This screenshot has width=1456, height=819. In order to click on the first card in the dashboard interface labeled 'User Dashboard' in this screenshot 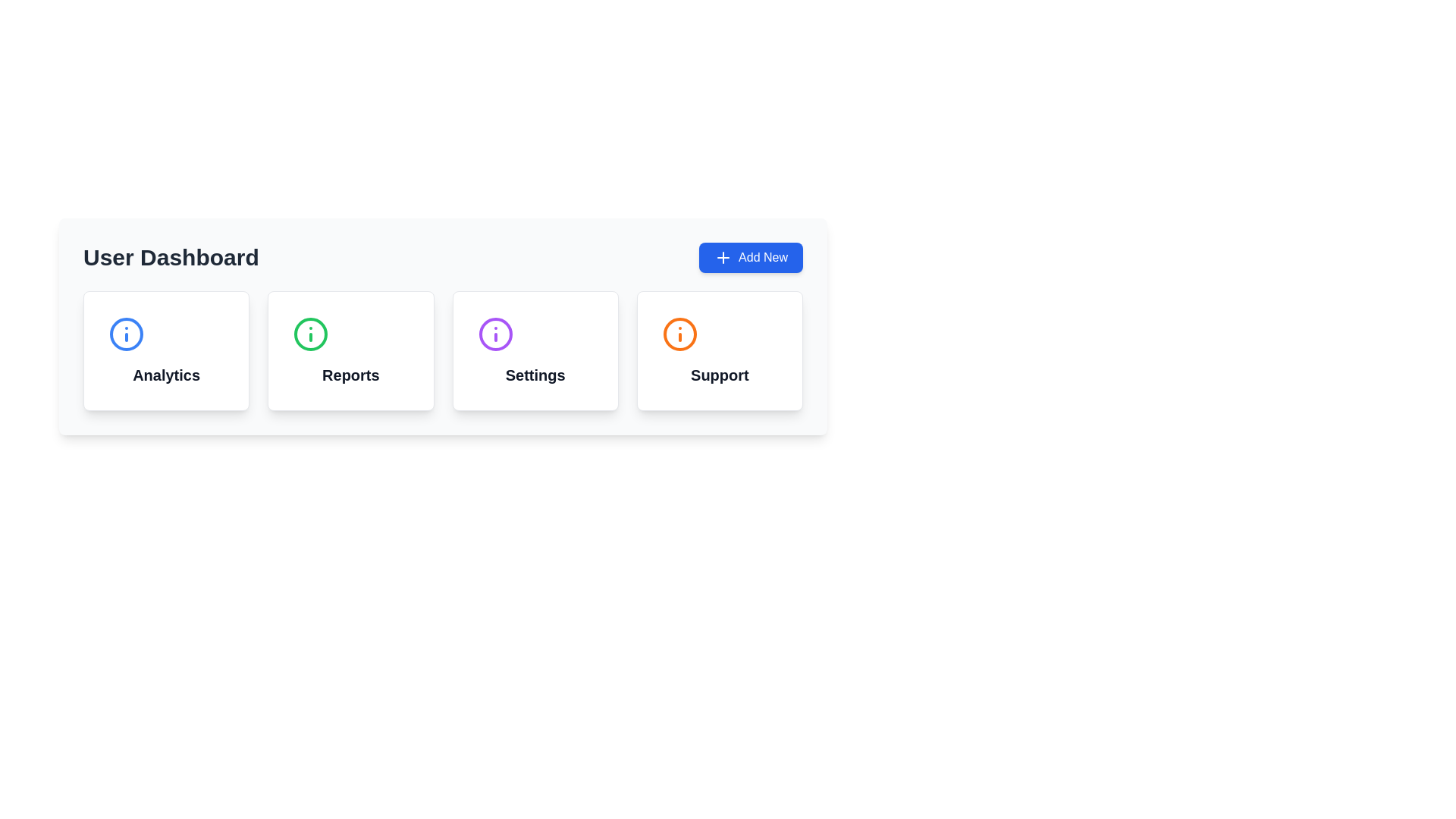, I will do `click(166, 350)`.